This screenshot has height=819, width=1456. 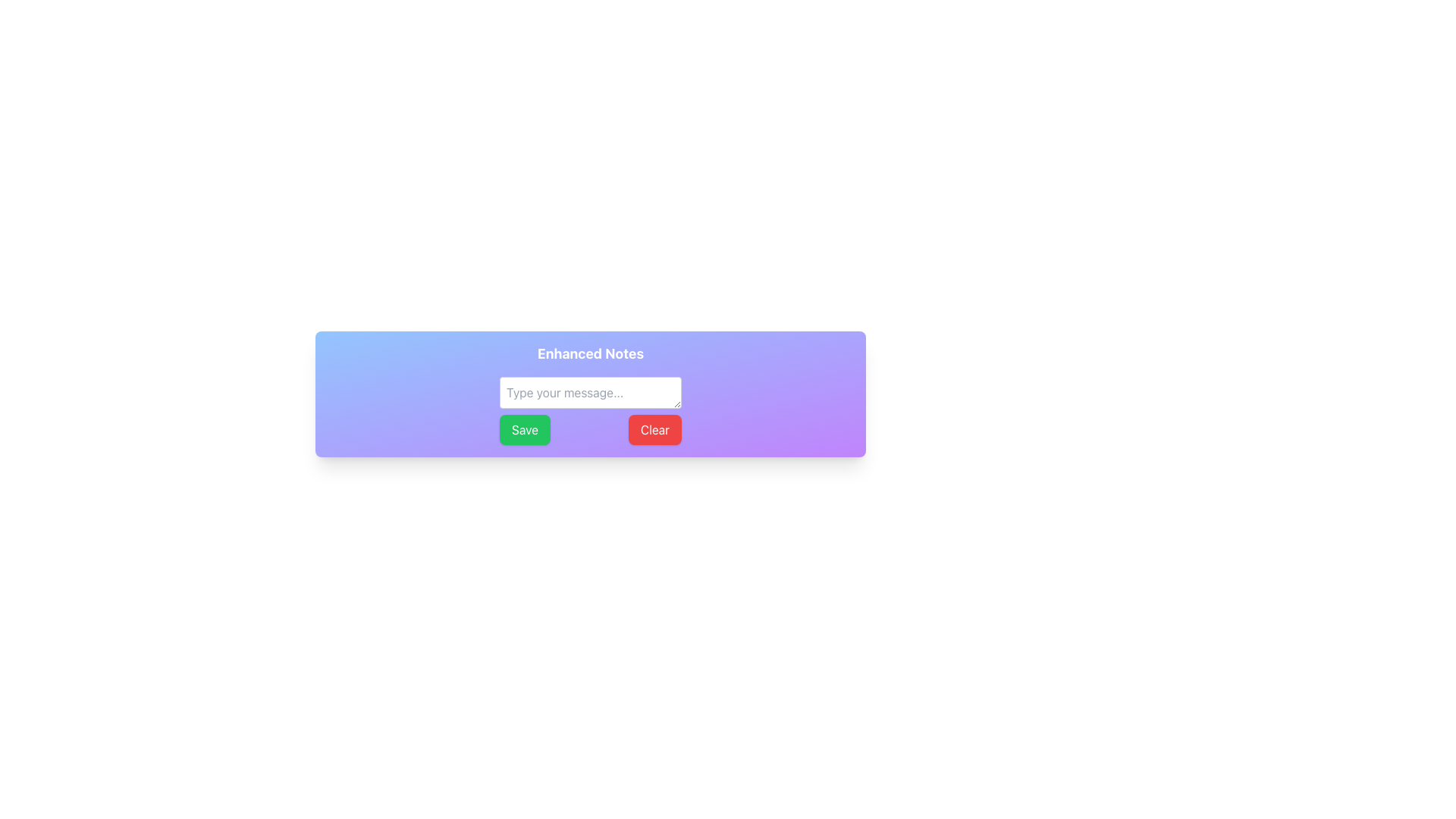 What do you see at coordinates (655, 430) in the screenshot?
I see `the rectangular 'Clear' button with a red background and white text located to the right of the 'Save' button` at bounding box center [655, 430].